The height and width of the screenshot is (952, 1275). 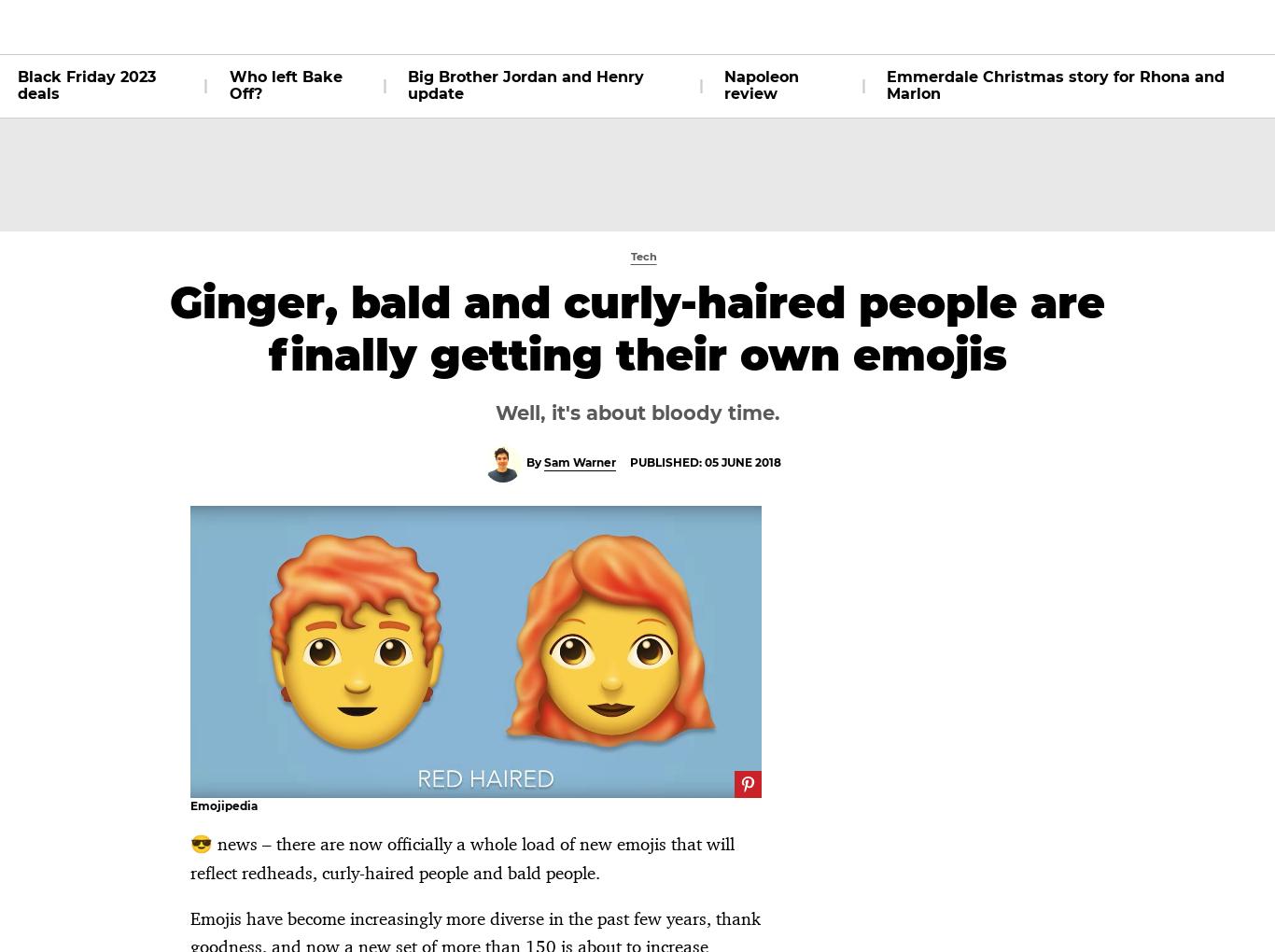 What do you see at coordinates (466, 652) in the screenshot?
I see `'Best Amazon Fire TV set deals for Black Friday'` at bounding box center [466, 652].